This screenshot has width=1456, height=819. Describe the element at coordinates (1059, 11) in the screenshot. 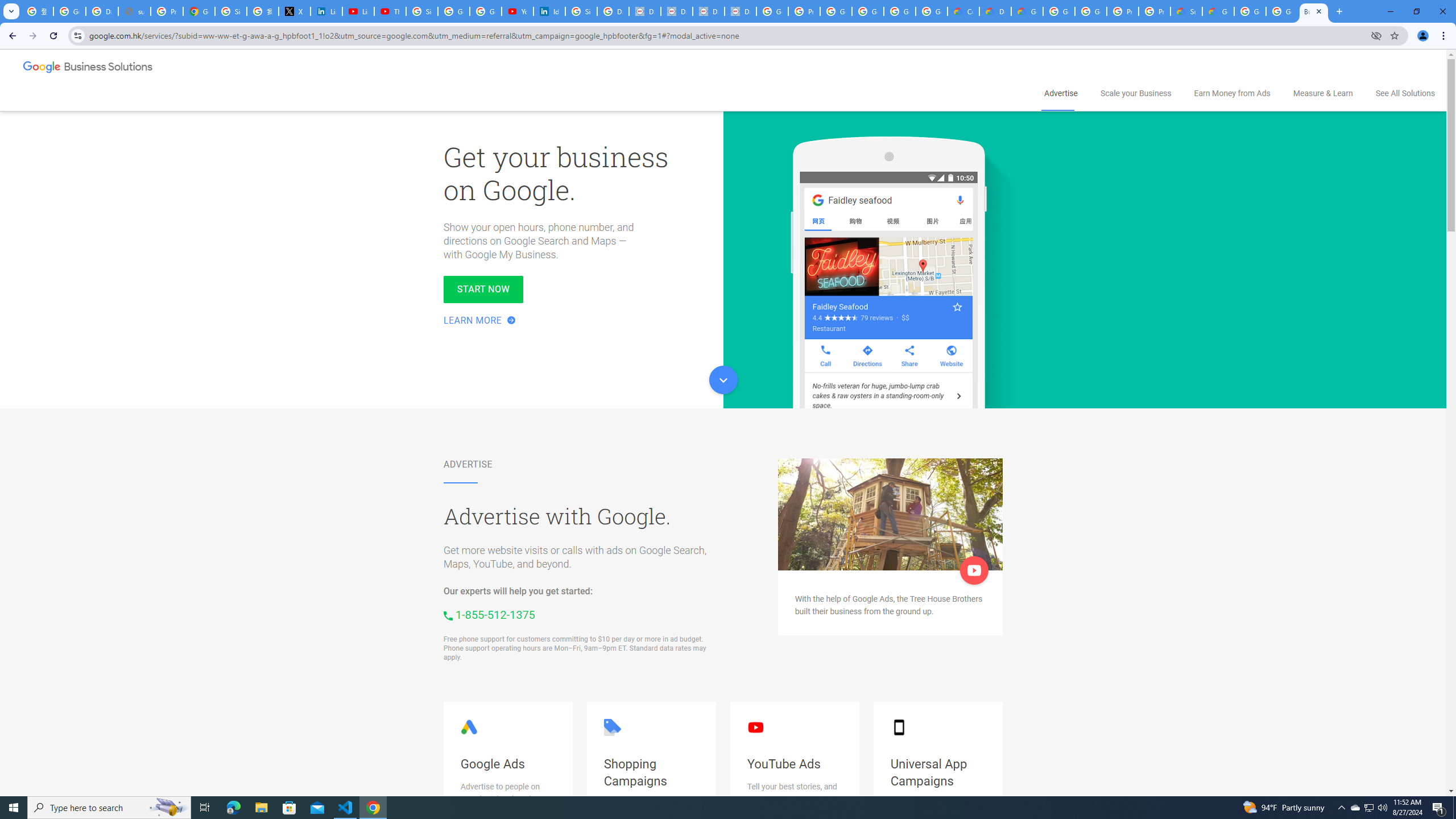

I see `'Google Cloud Platform'` at that location.